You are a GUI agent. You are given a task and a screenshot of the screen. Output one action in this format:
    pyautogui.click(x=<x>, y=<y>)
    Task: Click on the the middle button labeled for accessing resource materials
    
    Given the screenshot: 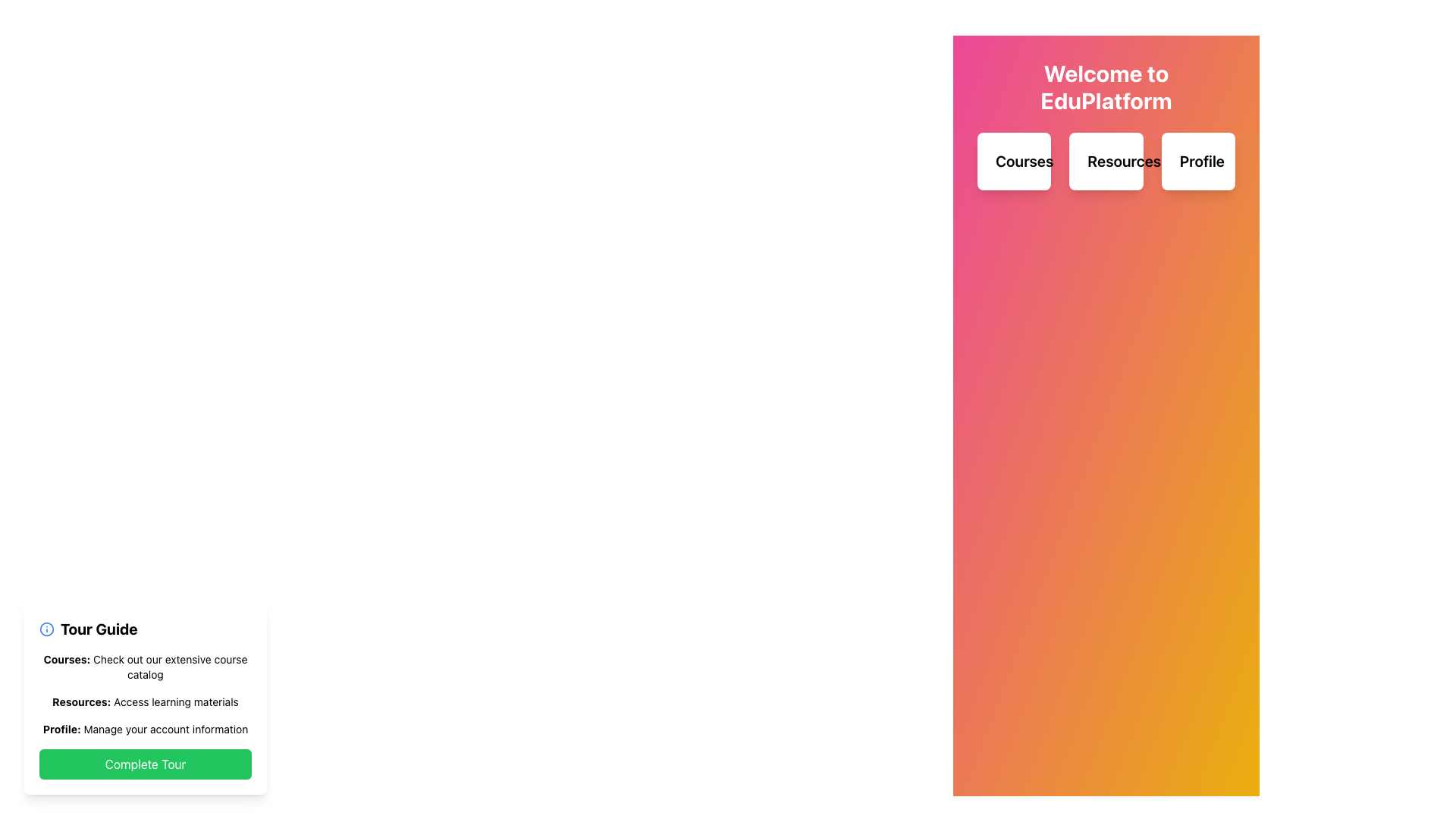 What is the action you would take?
    pyautogui.click(x=1106, y=161)
    